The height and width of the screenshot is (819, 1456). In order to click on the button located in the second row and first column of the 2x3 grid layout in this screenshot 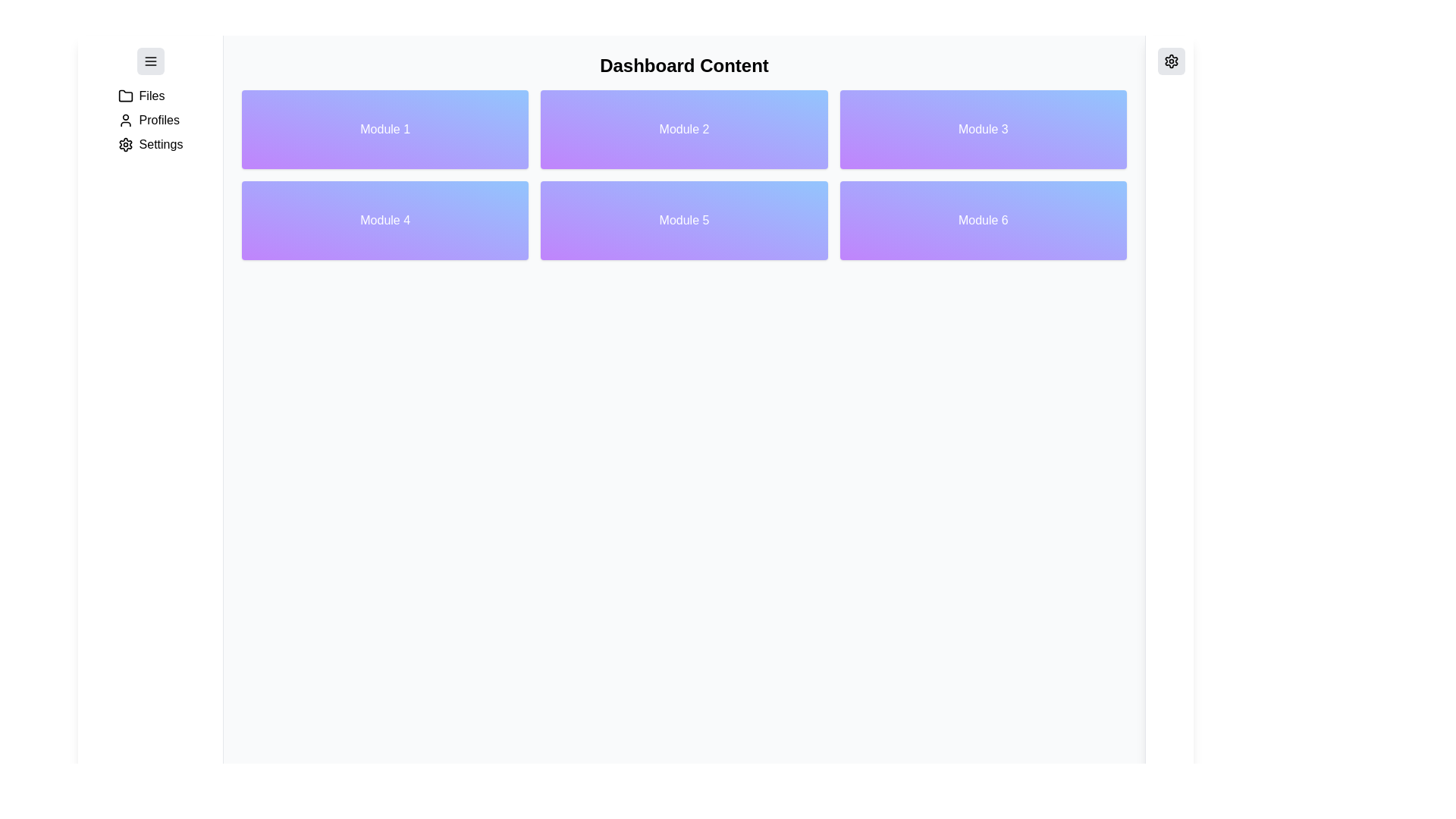, I will do `click(385, 220)`.